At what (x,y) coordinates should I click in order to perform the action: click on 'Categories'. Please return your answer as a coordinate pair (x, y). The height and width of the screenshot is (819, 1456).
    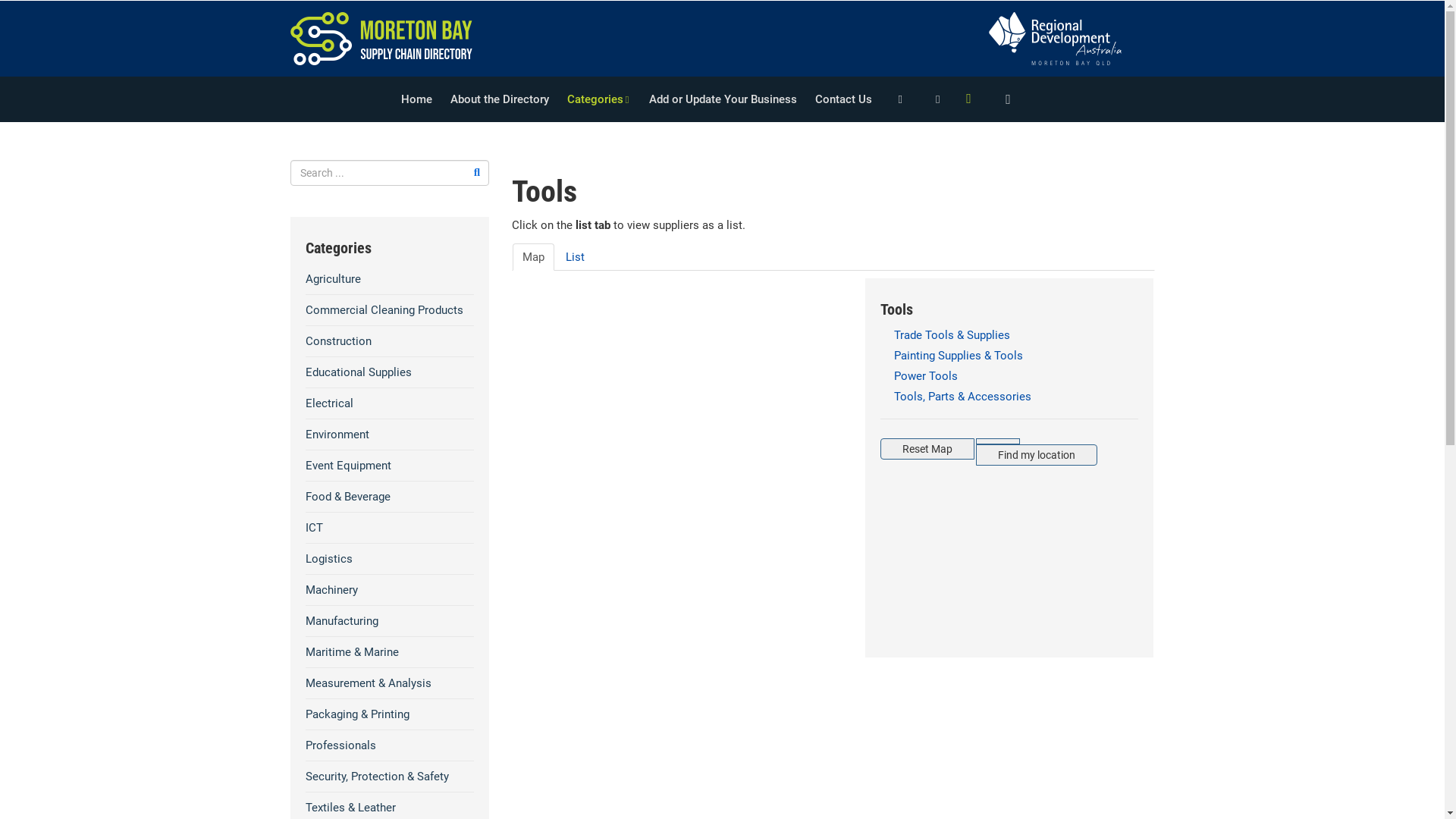
    Looking at the image, I should click on (598, 99).